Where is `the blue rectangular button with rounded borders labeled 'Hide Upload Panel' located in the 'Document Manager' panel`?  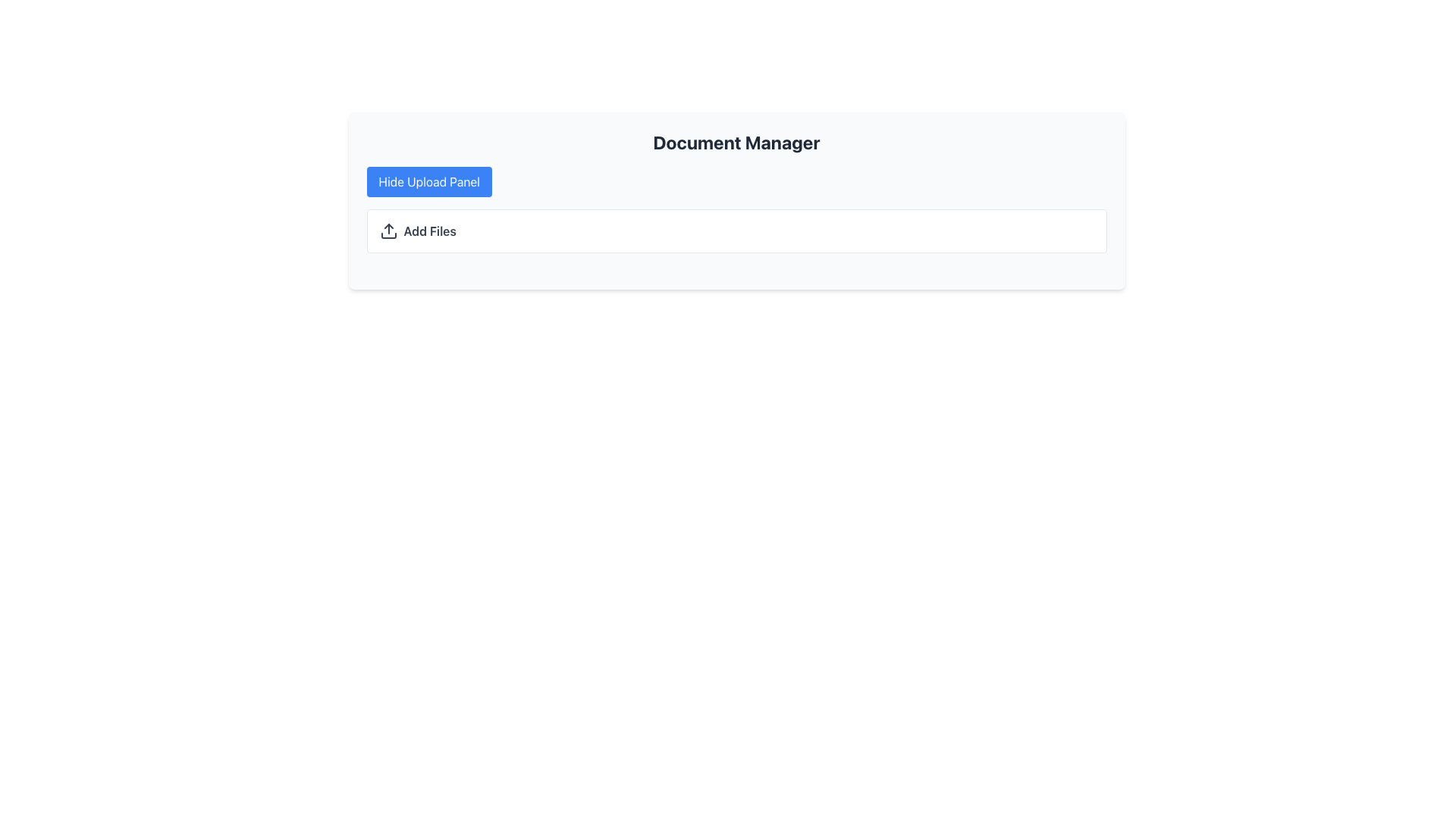 the blue rectangular button with rounded borders labeled 'Hide Upload Panel' located in the 'Document Manager' panel is located at coordinates (428, 180).